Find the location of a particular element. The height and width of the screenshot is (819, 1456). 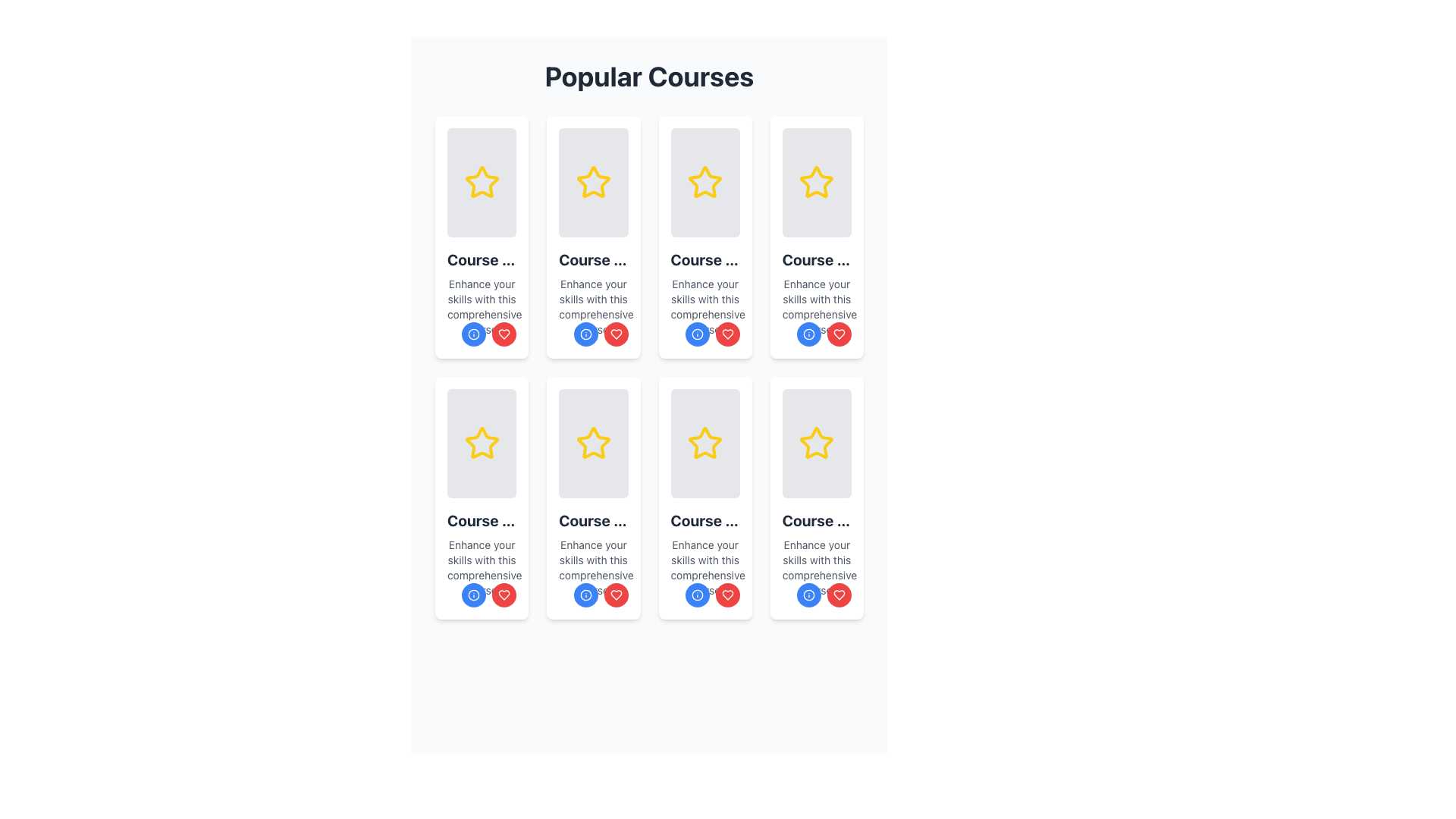

the second interactive button in the bottom-right corner of the course card is located at coordinates (726, 595).